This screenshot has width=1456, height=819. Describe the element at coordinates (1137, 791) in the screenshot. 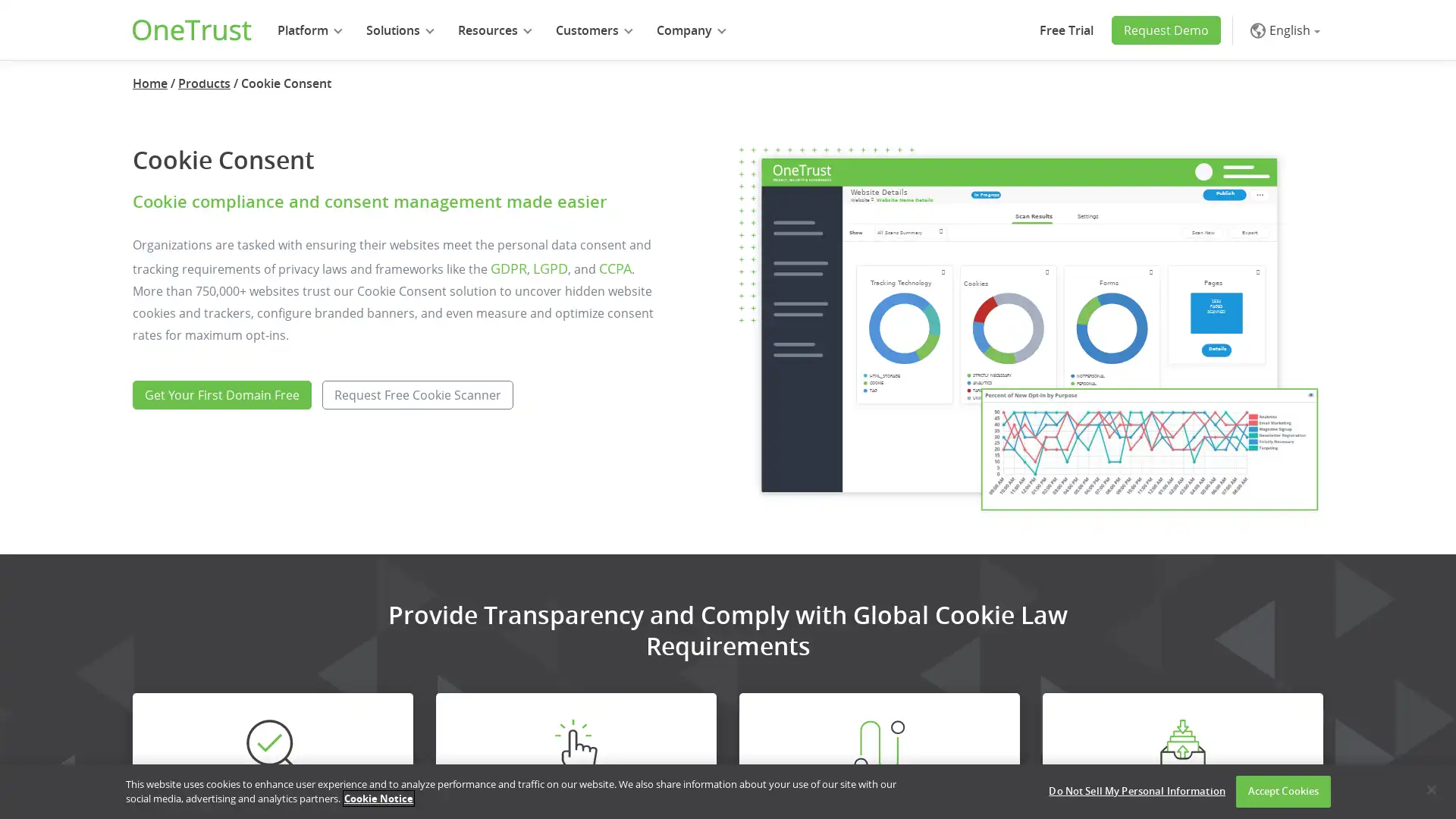

I see `Do Not Sell My Personal Information` at that location.